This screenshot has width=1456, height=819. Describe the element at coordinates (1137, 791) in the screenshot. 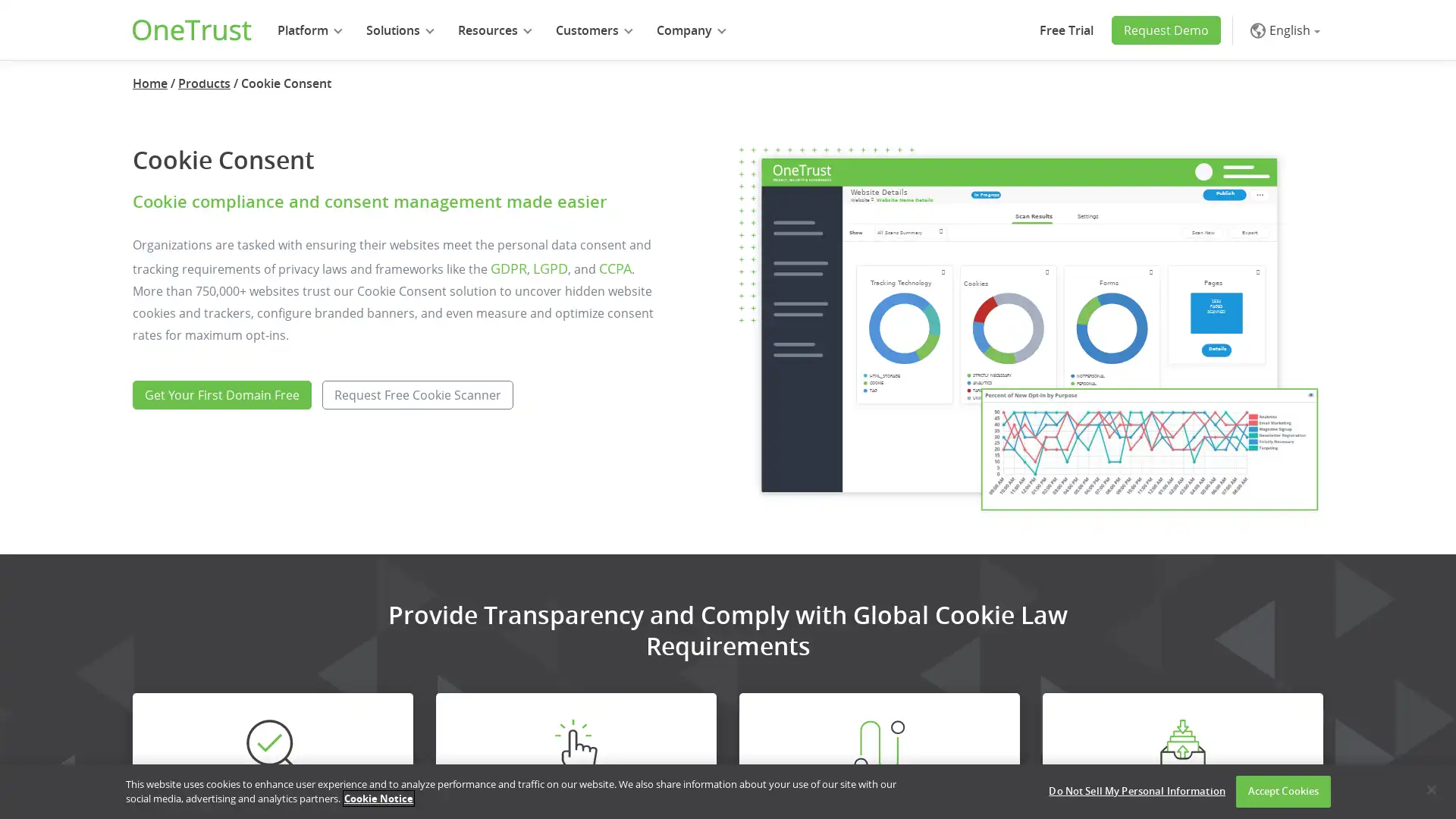

I see `Do Not Sell My Personal Information` at that location.